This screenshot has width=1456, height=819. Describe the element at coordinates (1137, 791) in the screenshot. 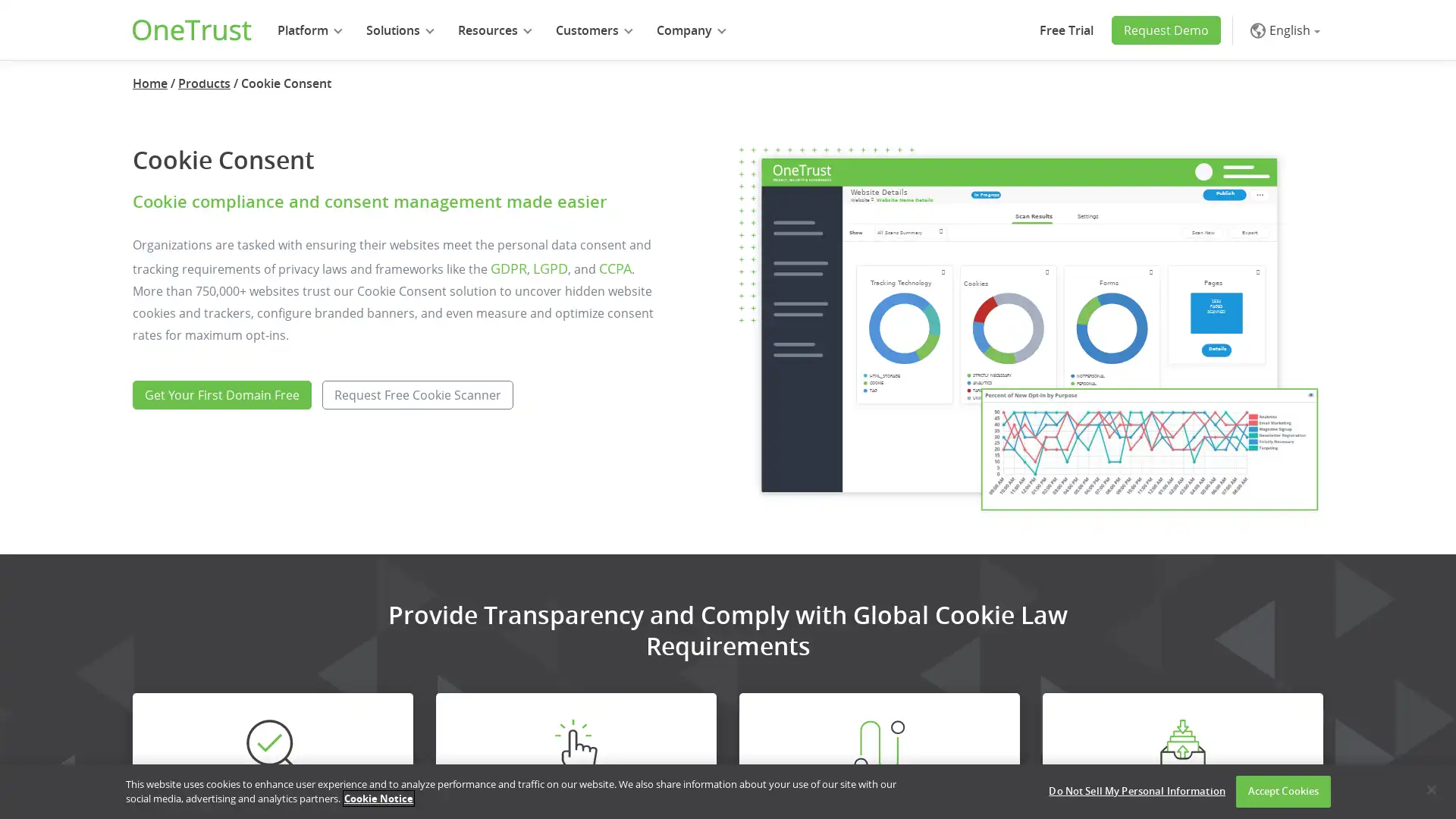

I see `Do Not Sell My Personal Information` at that location.